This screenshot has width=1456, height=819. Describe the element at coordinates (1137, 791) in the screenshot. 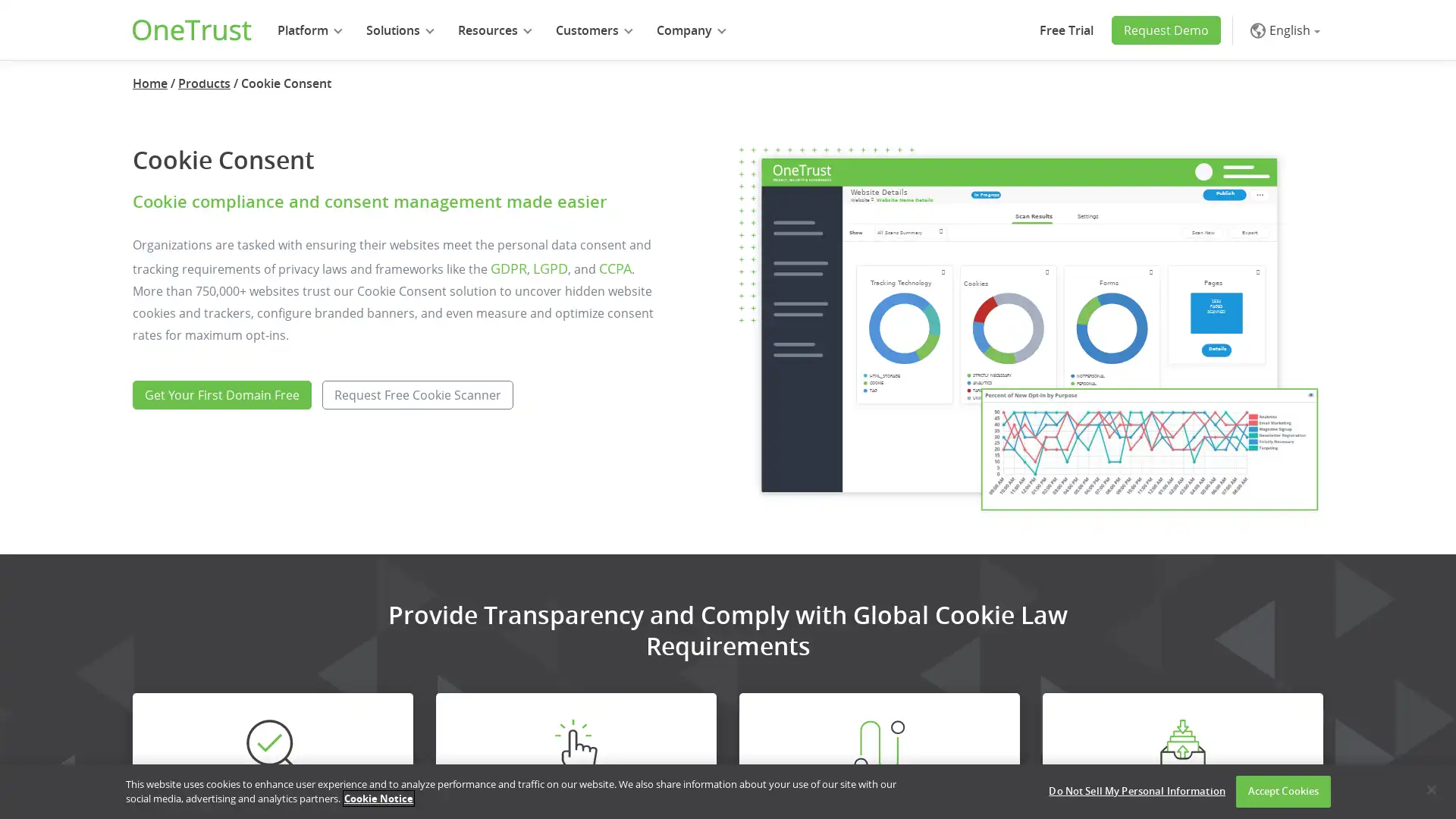

I see `Do Not Sell My Personal Information` at that location.